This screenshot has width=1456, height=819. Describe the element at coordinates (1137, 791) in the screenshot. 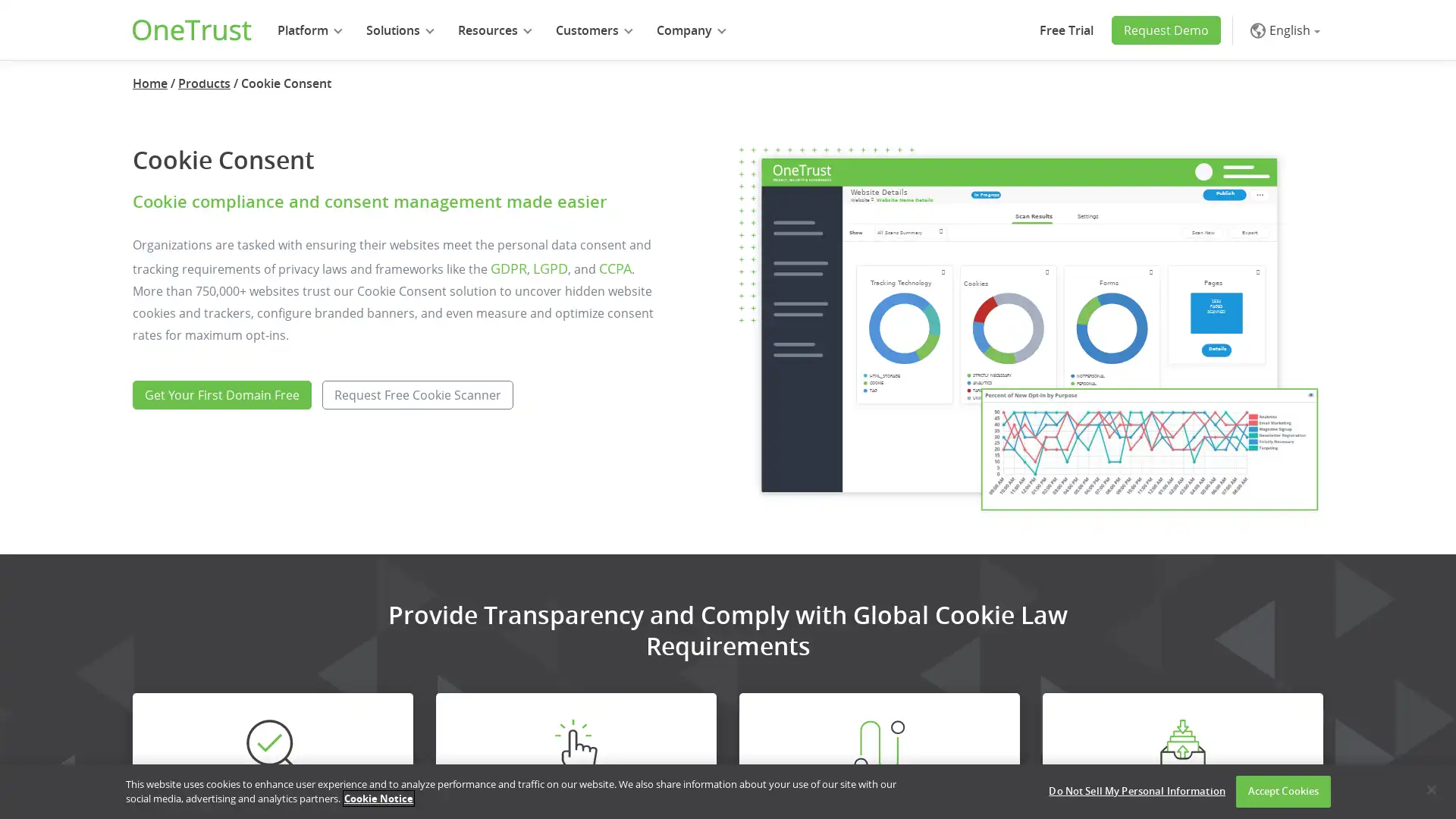

I see `Do Not Sell My Personal Information` at that location.